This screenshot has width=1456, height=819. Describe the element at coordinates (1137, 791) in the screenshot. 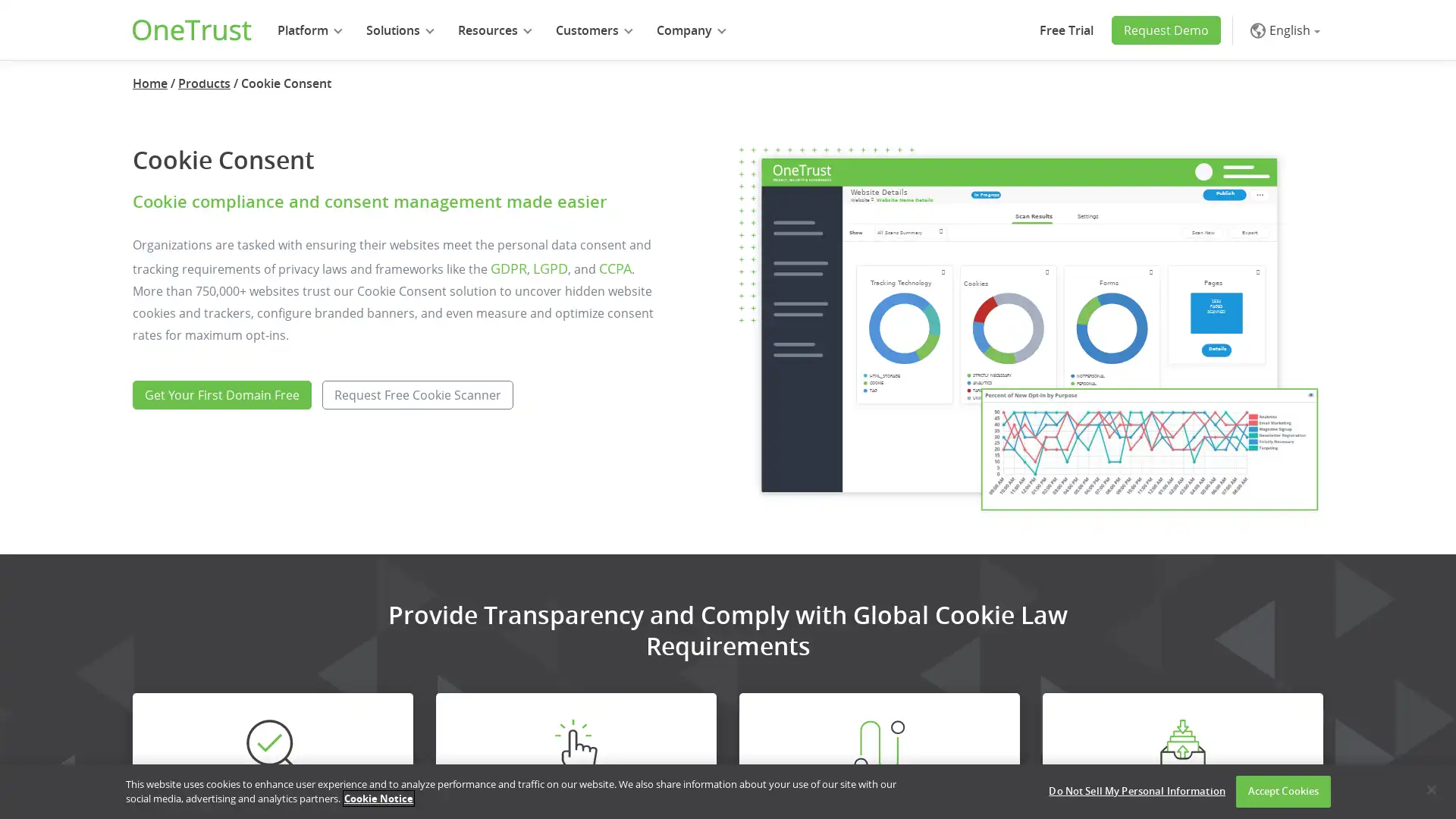

I see `Do Not Sell My Personal Information` at that location.